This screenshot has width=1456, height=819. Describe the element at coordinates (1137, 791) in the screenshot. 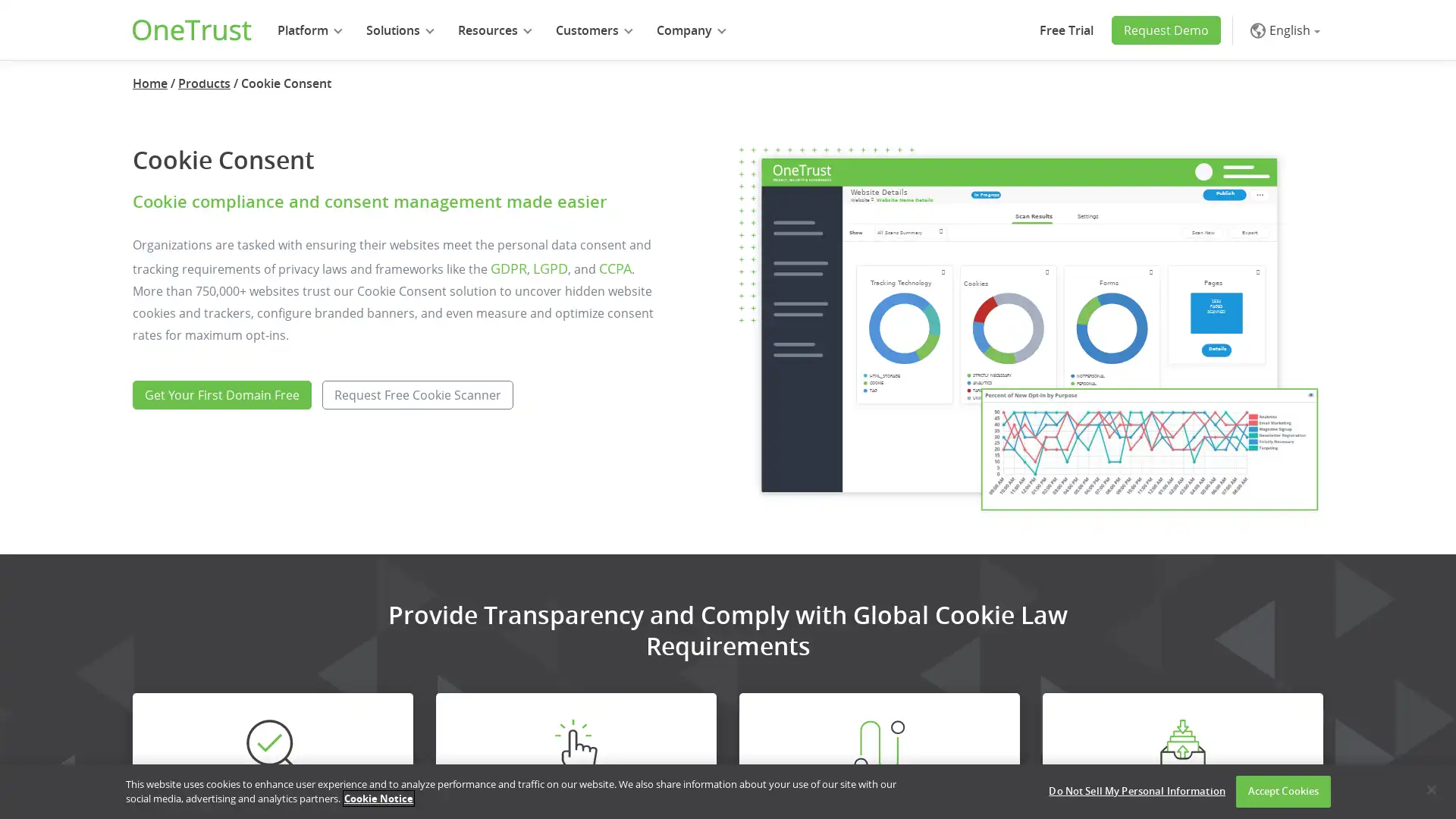

I see `Do Not Sell My Personal Information` at that location.